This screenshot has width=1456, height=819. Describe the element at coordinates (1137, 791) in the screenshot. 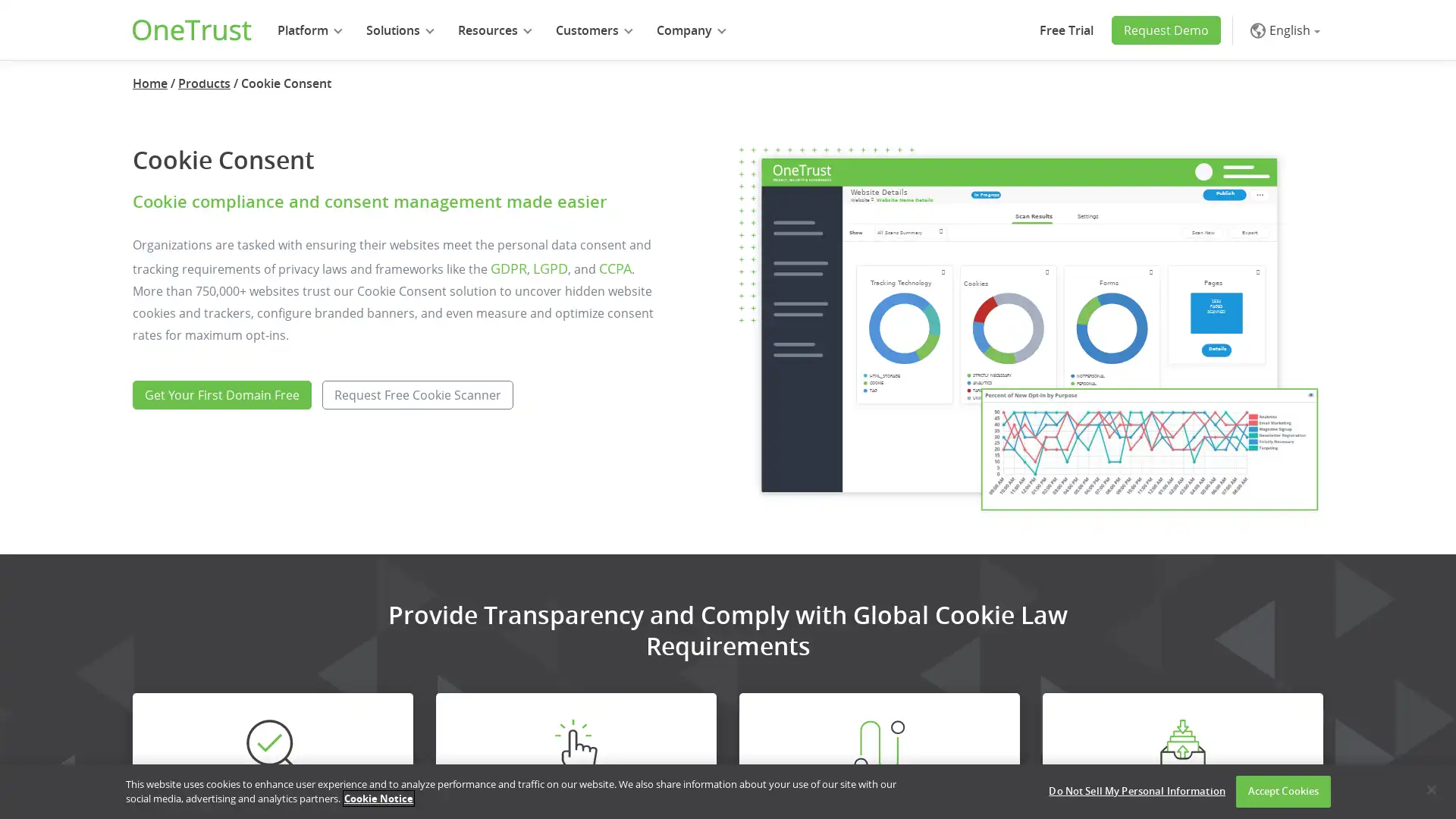

I see `Do Not Sell My Personal Information` at that location.